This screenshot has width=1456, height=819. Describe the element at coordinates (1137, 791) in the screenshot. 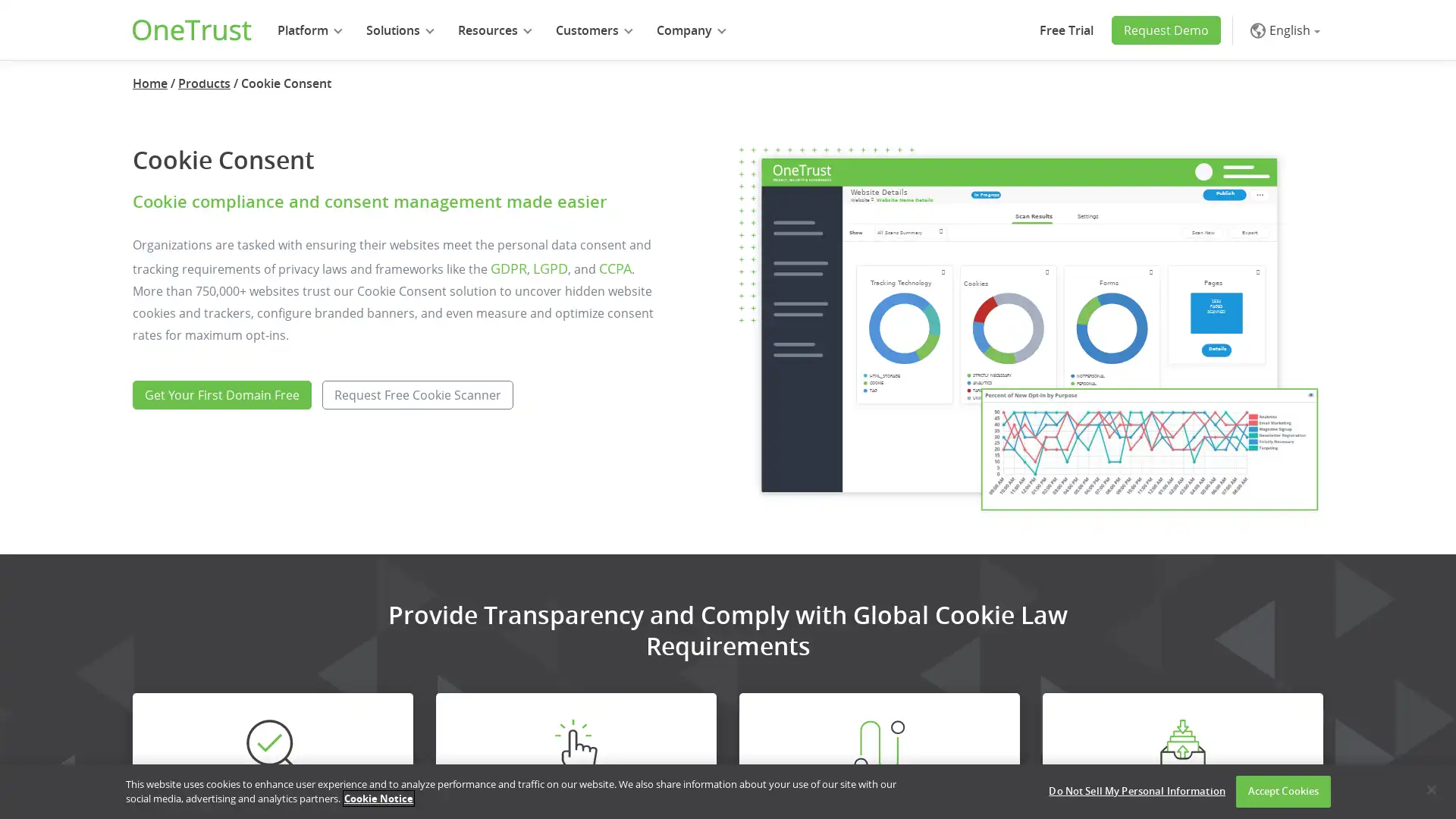

I see `Do Not Sell My Personal Information` at that location.